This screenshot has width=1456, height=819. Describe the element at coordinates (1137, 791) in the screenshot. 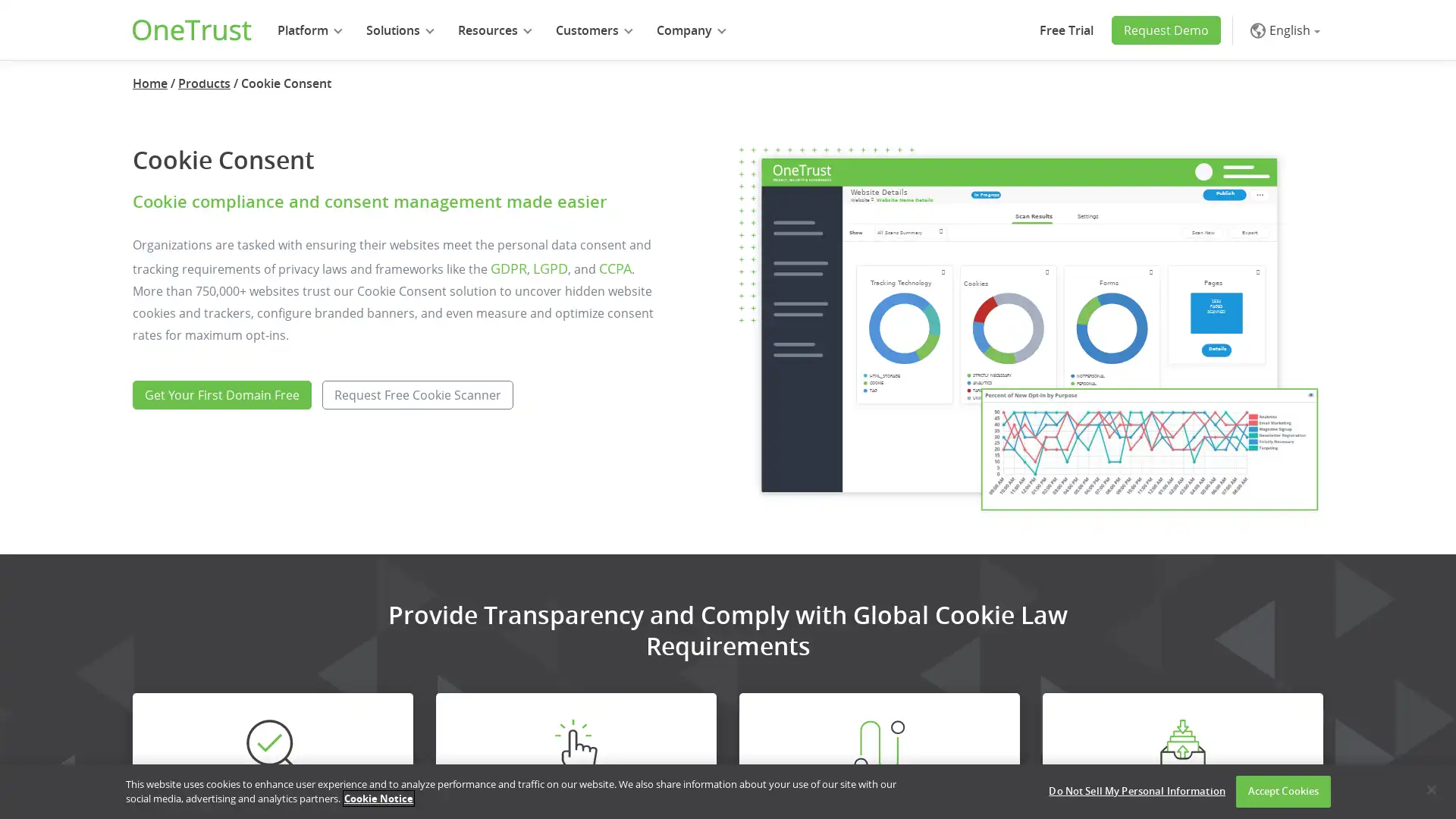

I see `Do Not Sell My Personal Information` at that location.